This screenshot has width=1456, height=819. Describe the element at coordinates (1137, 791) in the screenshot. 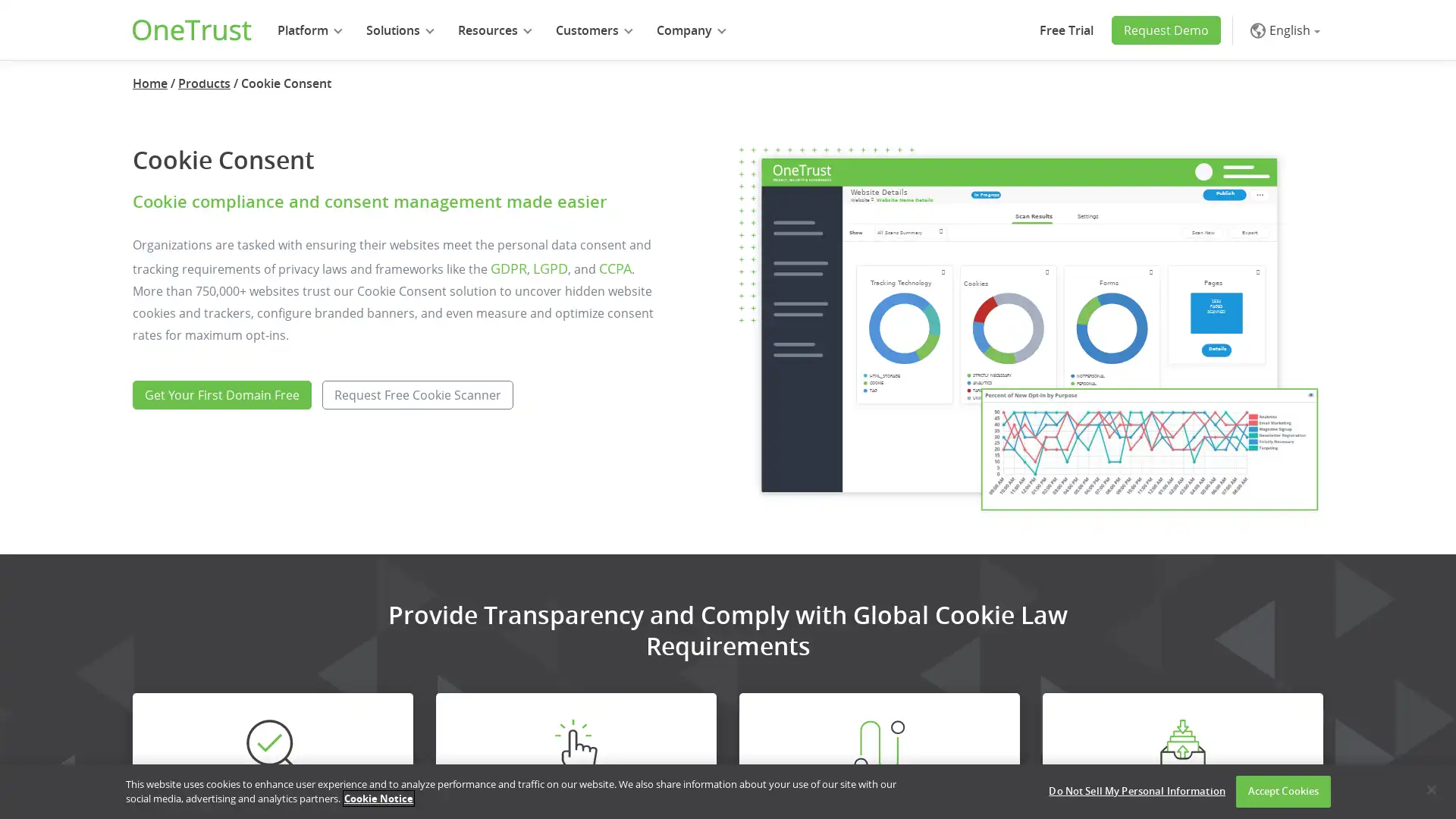

I see `Do Not Sell My Personal Information` at that location.